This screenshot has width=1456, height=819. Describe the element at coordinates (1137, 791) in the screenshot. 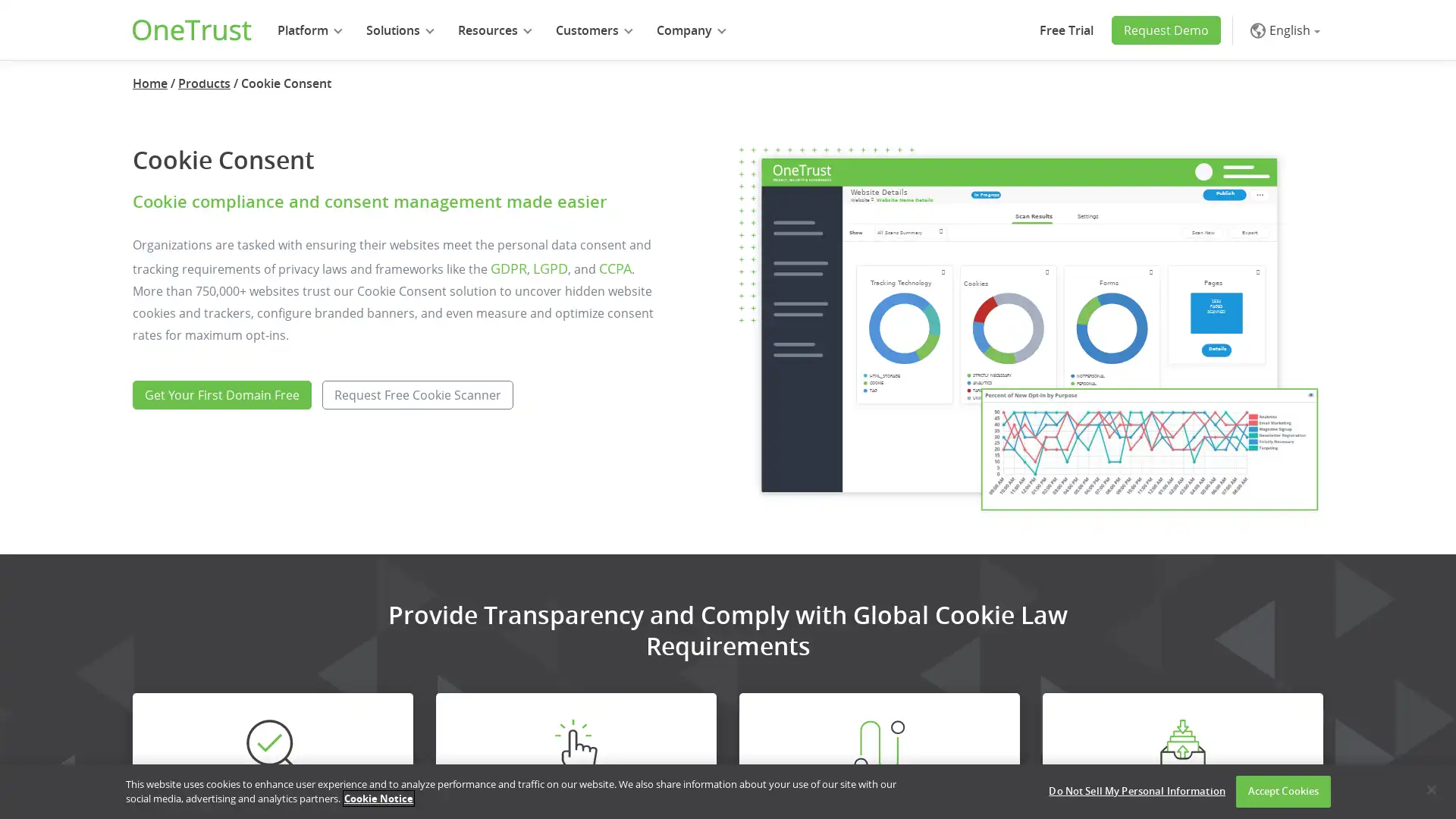

I see `Do Not Sell My Personal Information` at that location.